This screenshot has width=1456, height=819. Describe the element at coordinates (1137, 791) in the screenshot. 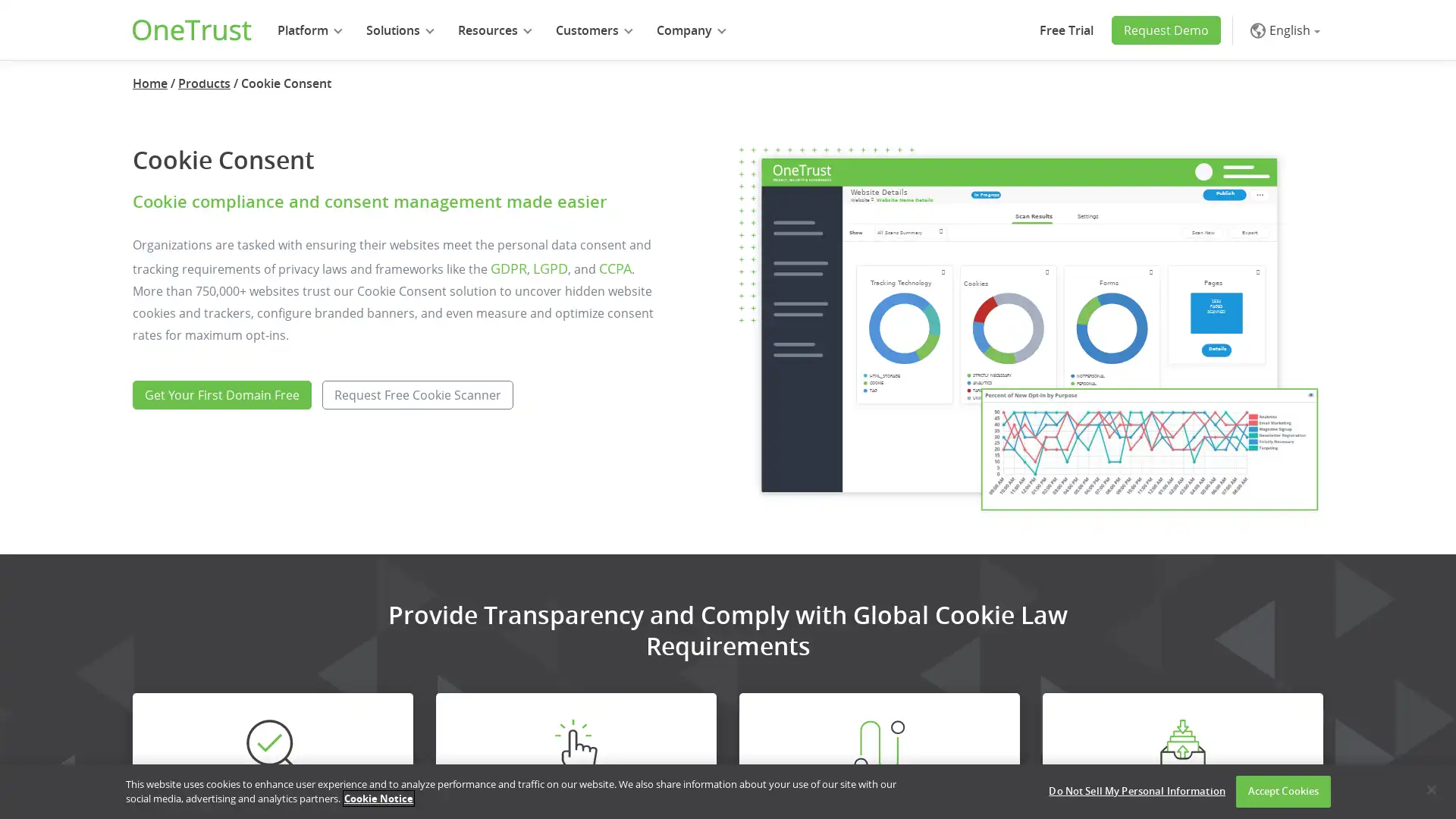

I see `Do Not Sell My Personal Information` at that location.